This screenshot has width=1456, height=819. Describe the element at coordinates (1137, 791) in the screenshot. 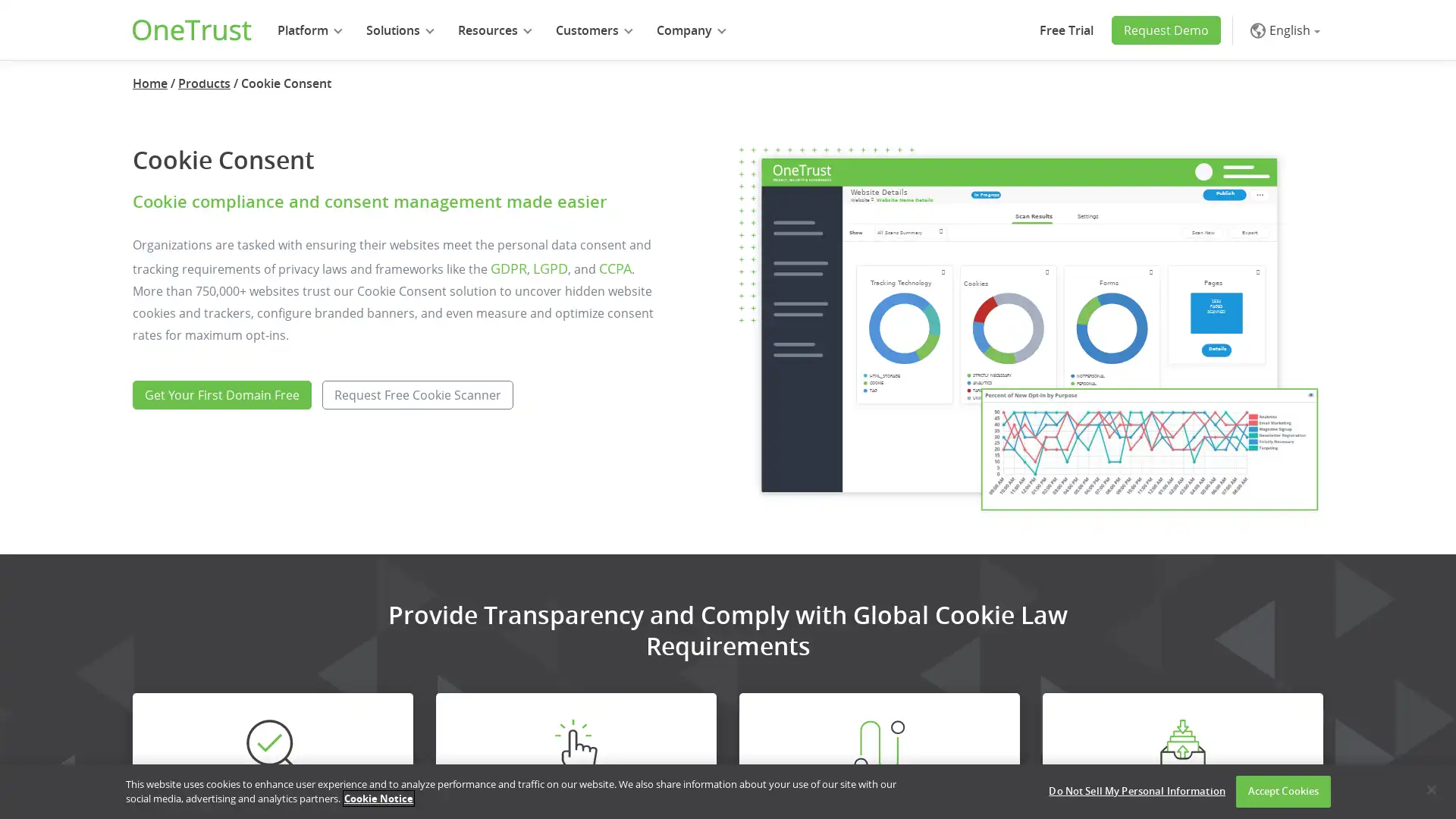

I see `Do Not Sell My Personal Information` at that location.